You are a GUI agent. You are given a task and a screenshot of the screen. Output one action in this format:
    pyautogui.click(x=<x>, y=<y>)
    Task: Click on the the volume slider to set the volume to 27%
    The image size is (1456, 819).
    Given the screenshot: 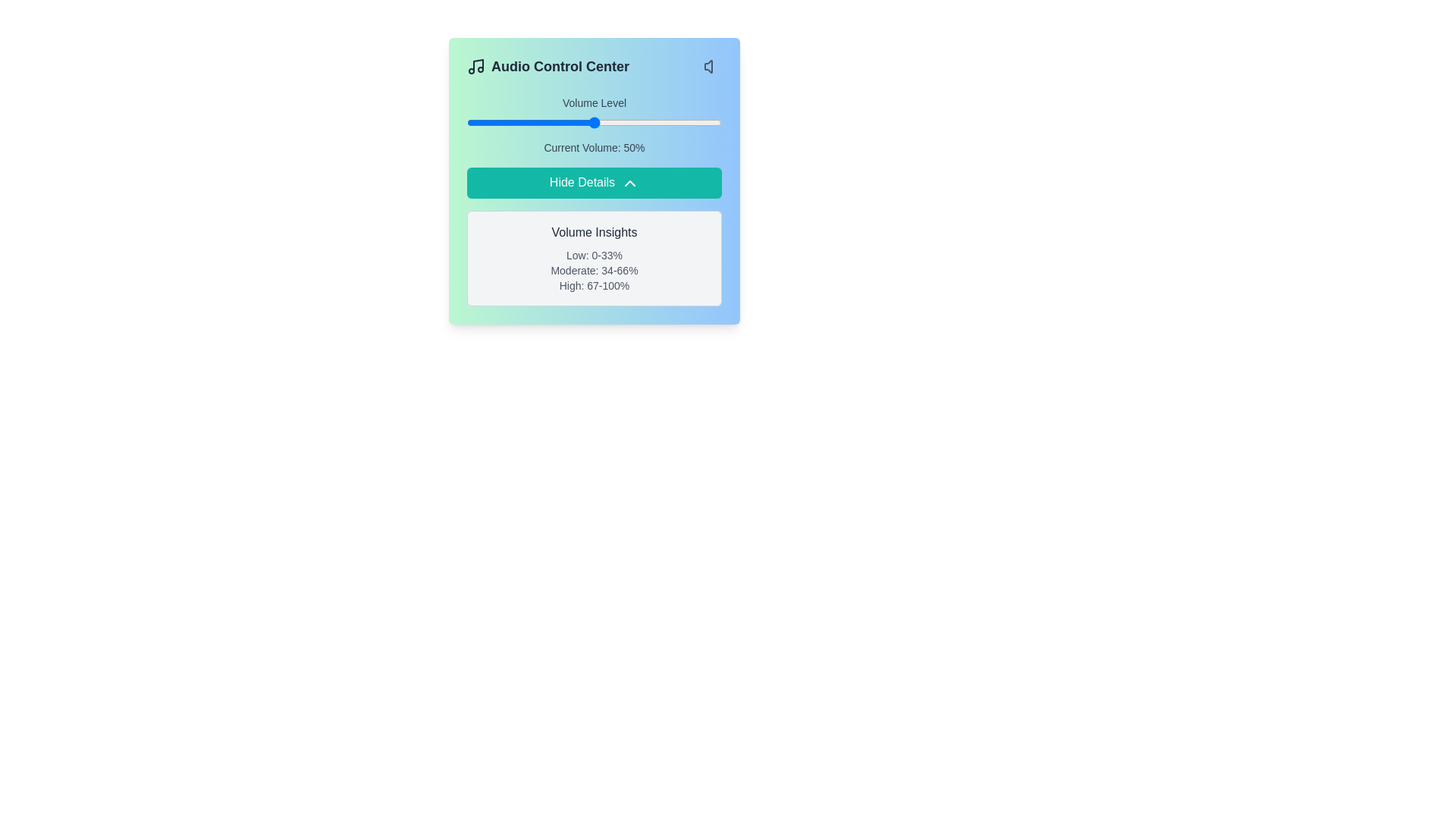 What is the action you would take?
    pyautogui.click(x=535, y=122)
    